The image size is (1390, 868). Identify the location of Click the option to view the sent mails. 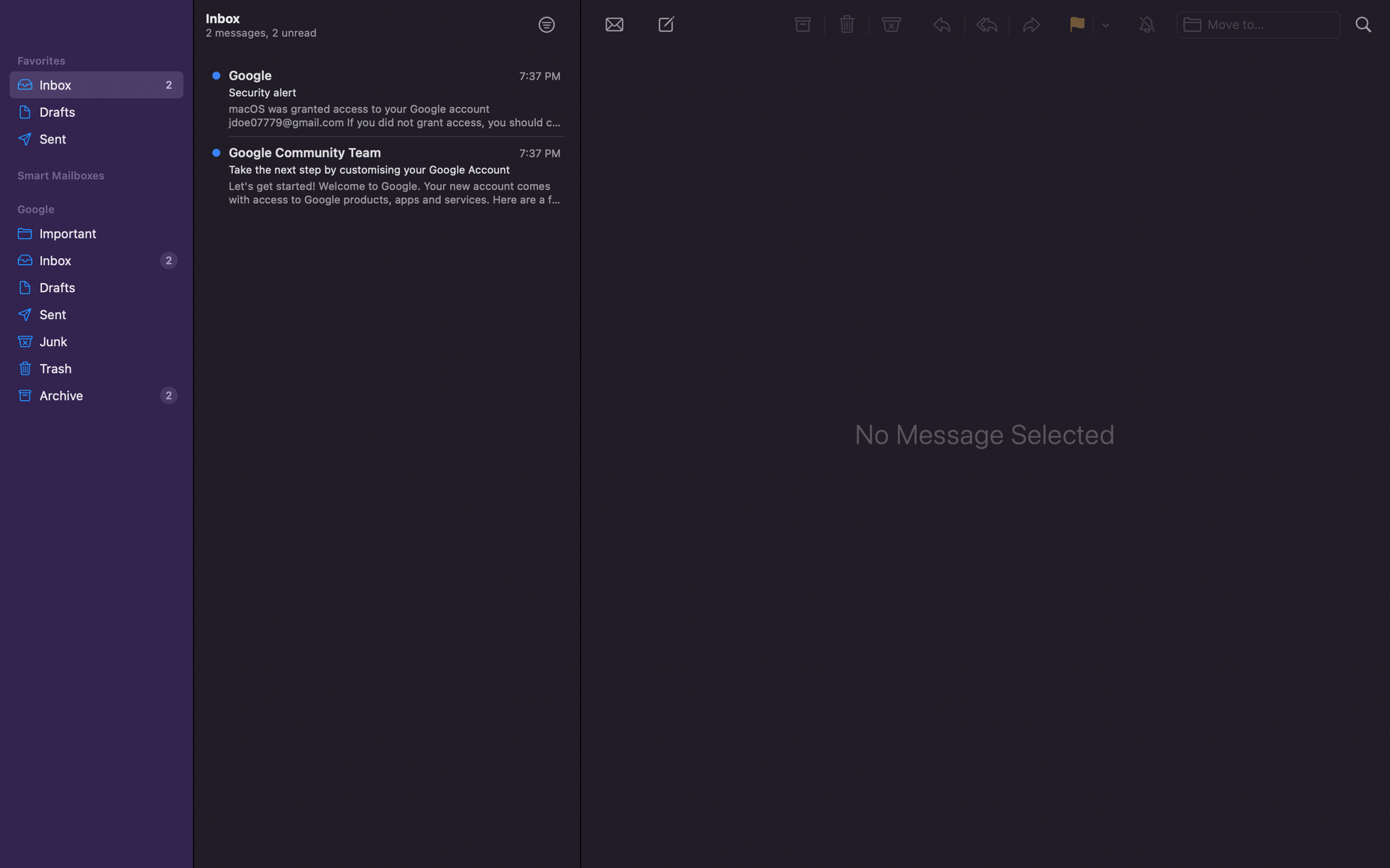
(98, 140).